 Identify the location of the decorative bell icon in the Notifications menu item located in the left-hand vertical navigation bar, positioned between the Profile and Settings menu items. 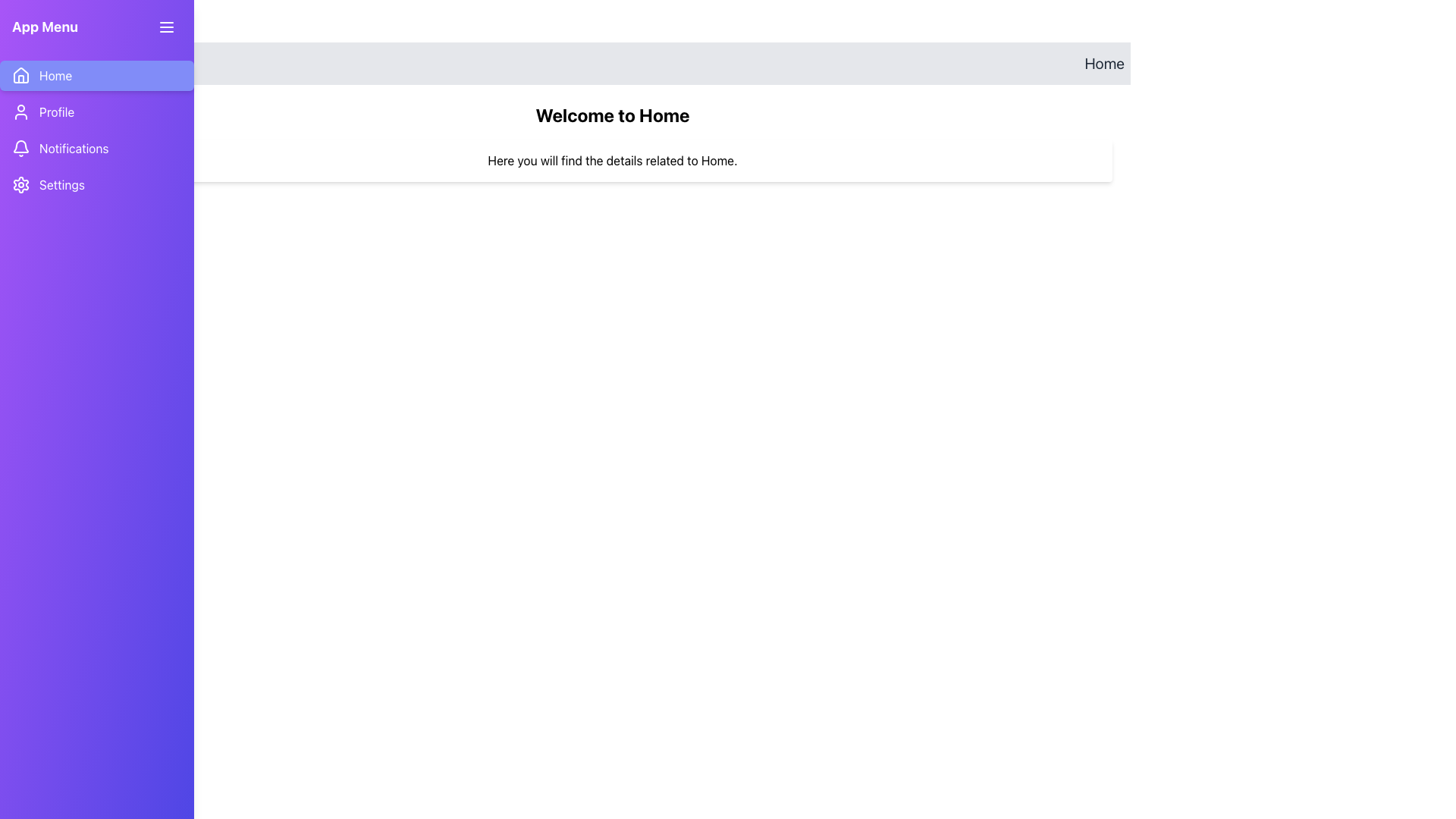
(21, 146).